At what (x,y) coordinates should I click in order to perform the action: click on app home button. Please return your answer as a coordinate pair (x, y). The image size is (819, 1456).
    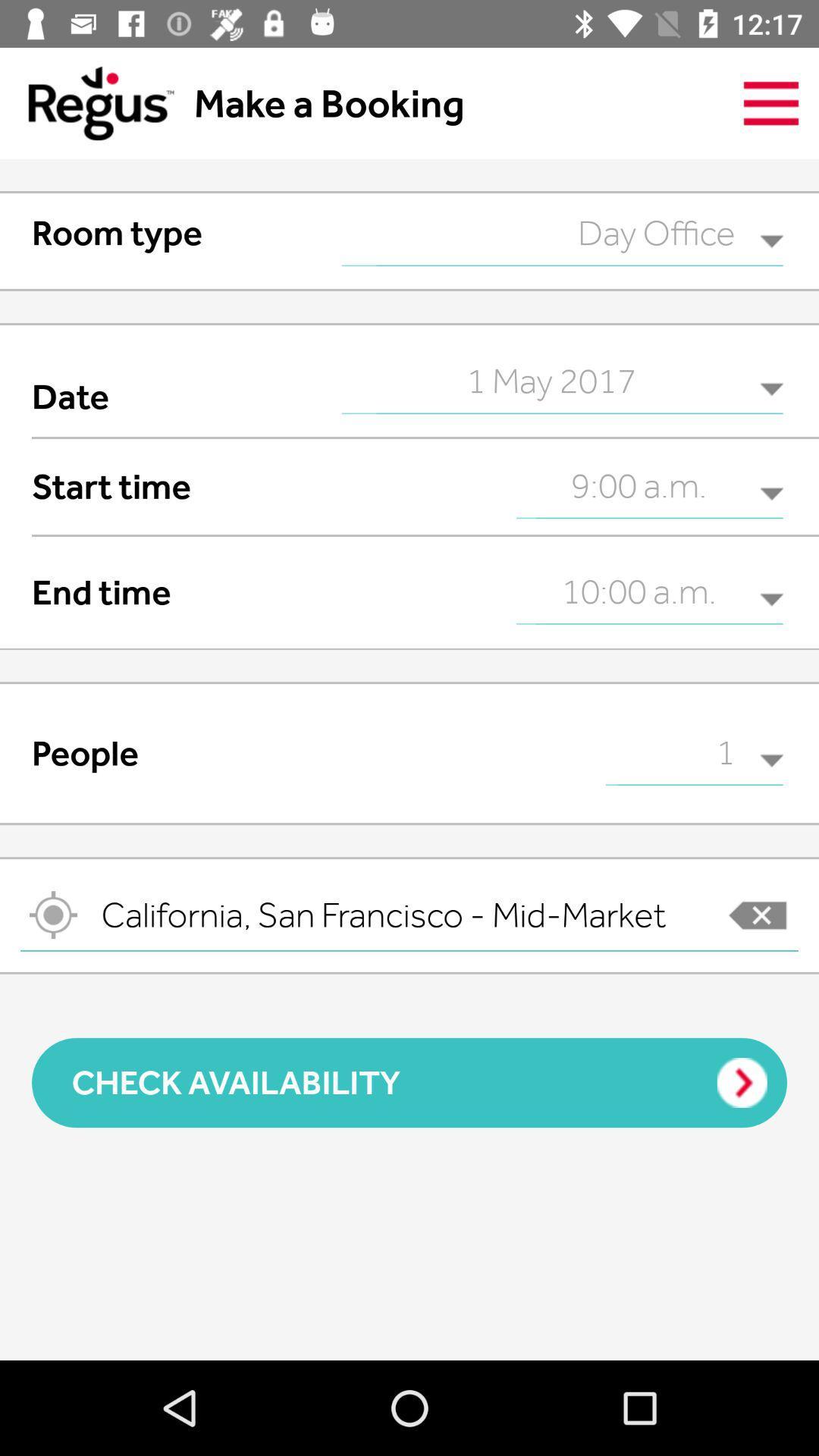
    Looking at the image, I should click on (86, 102).